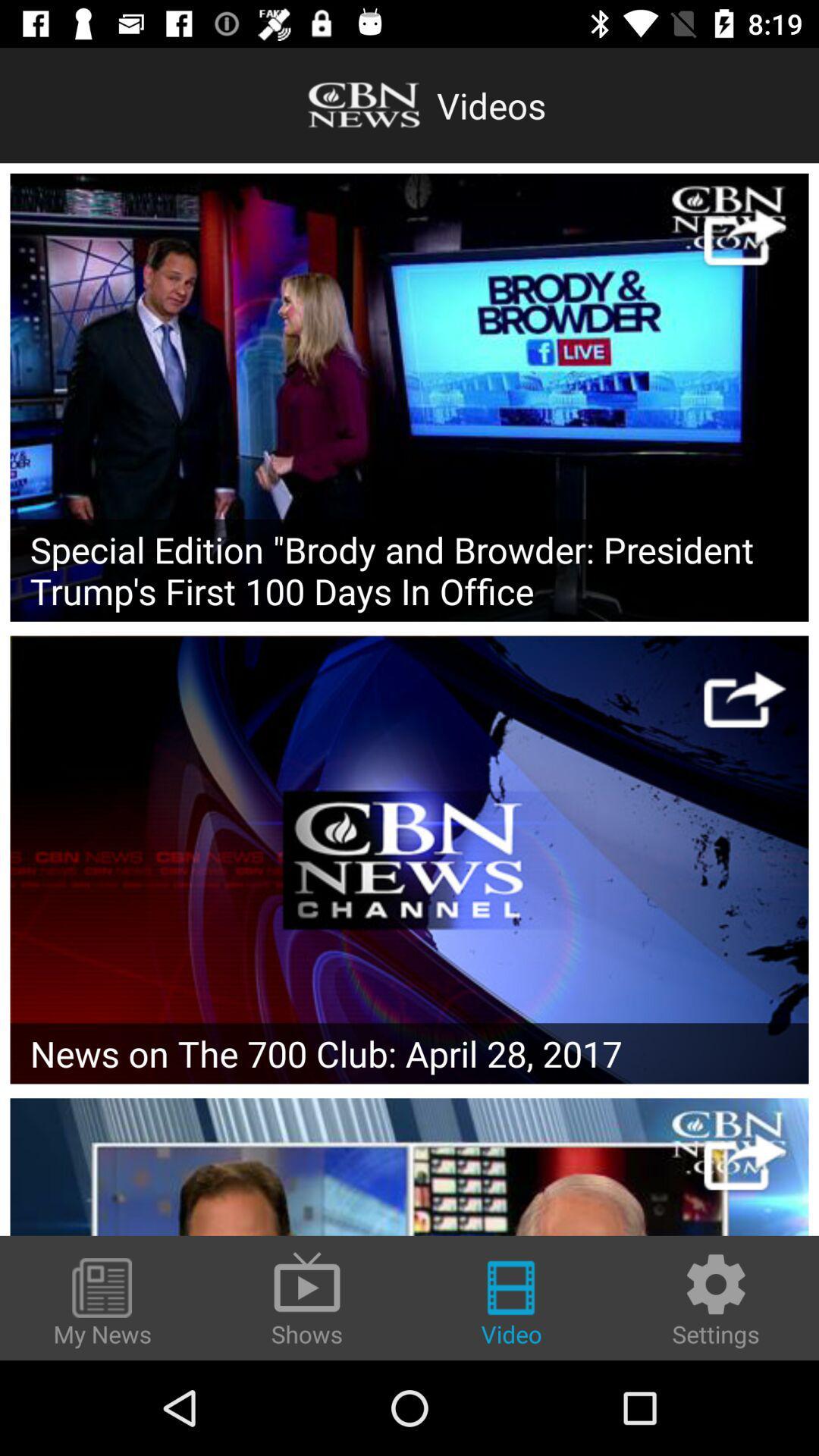  What do you see at coordinates (409, 859) in the screenshot?
I see `open news video` at bounding box center [409, 859].